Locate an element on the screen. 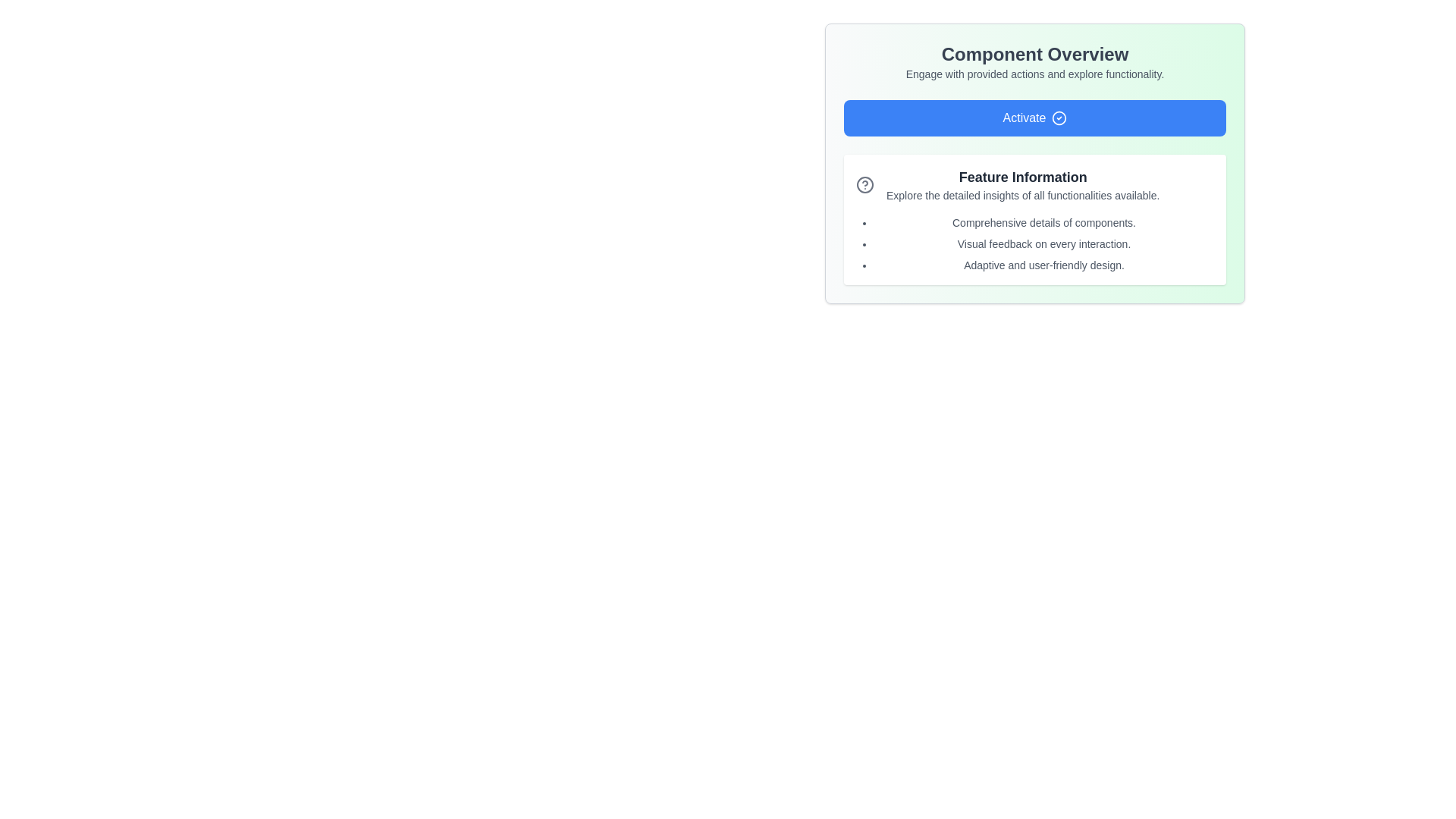  the blue 'Activate' button with a checkmark icon is located at coordinates (1034, 117).